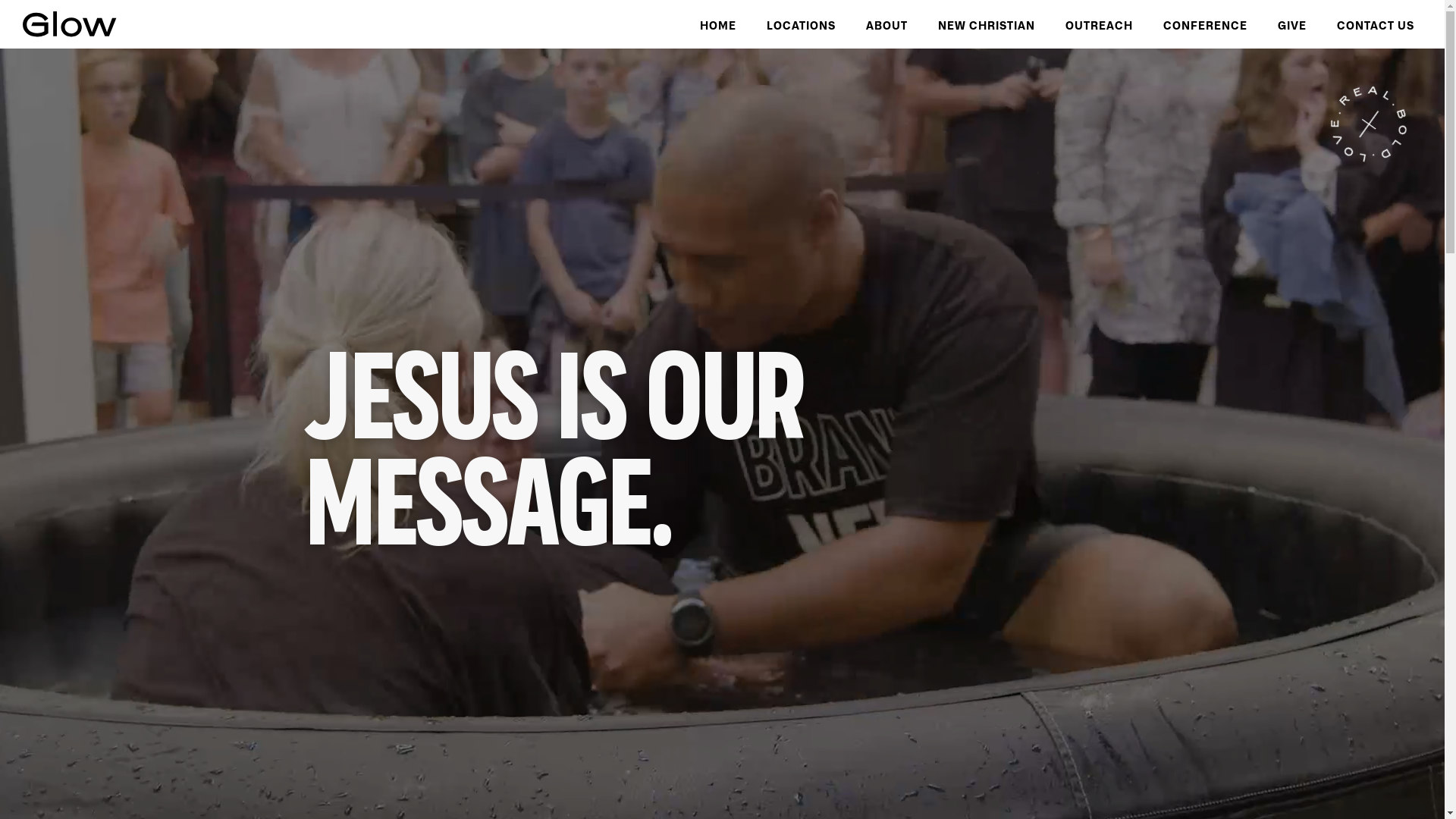  Describe the element at coordinates (1291, 24) in the screenshot. I see `'GIVE'` at that location.